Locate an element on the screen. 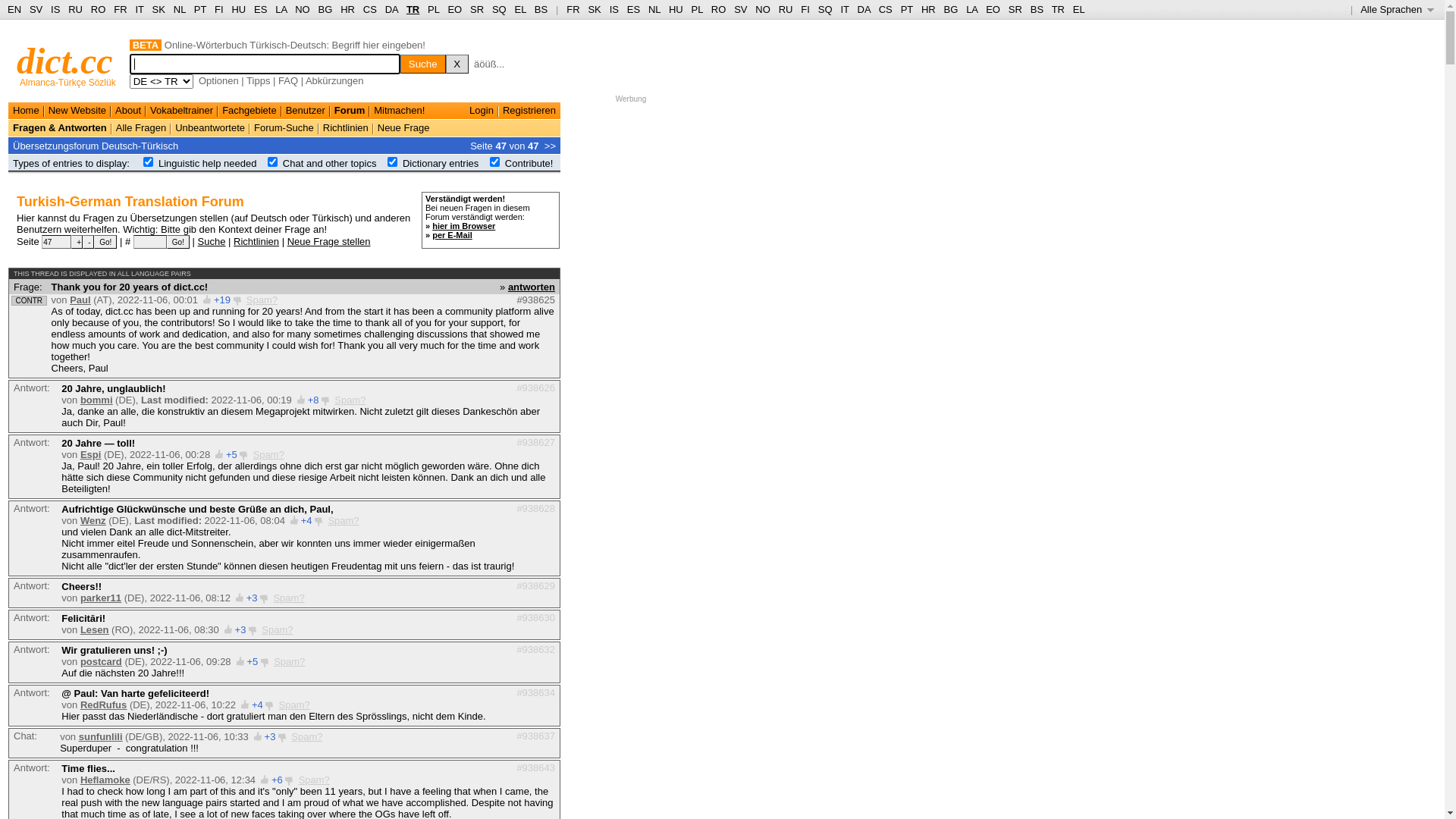  '#938634' is located at coordinates (516, 692).